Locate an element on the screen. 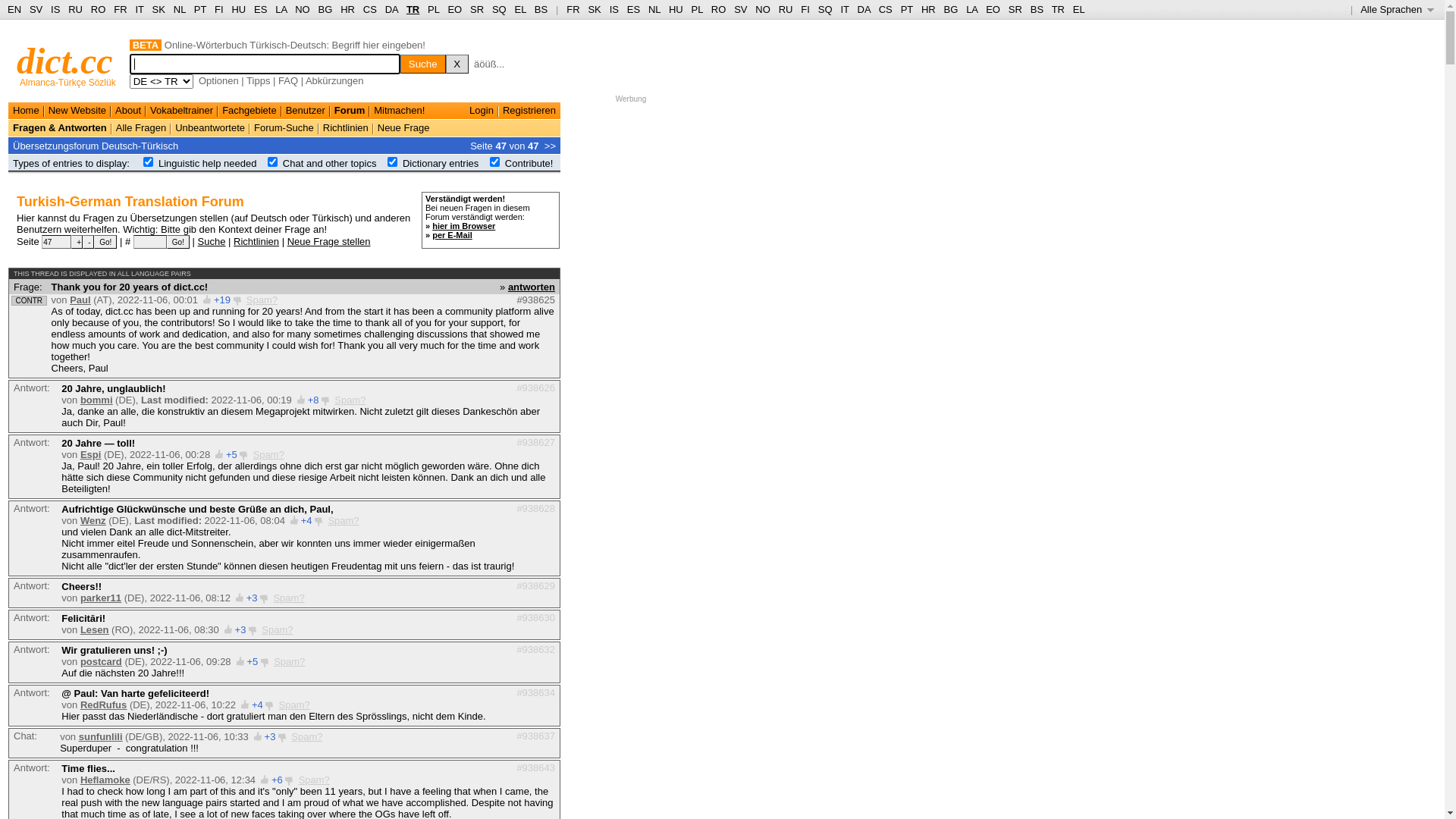  '#938634' is located at coordinates (516, 692).